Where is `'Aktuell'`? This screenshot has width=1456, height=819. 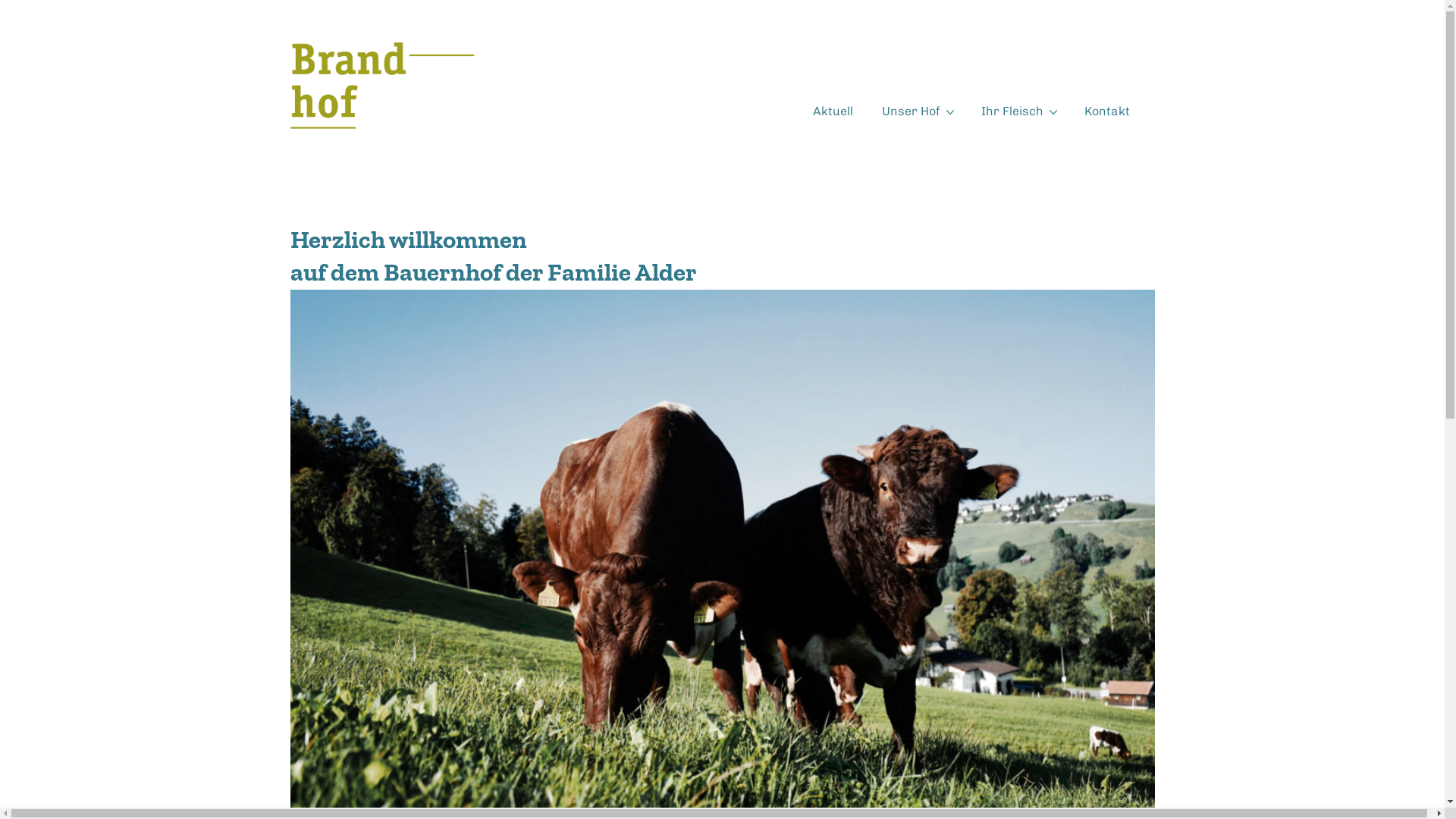
'Aktuell' is located at coordinates (832, 110).